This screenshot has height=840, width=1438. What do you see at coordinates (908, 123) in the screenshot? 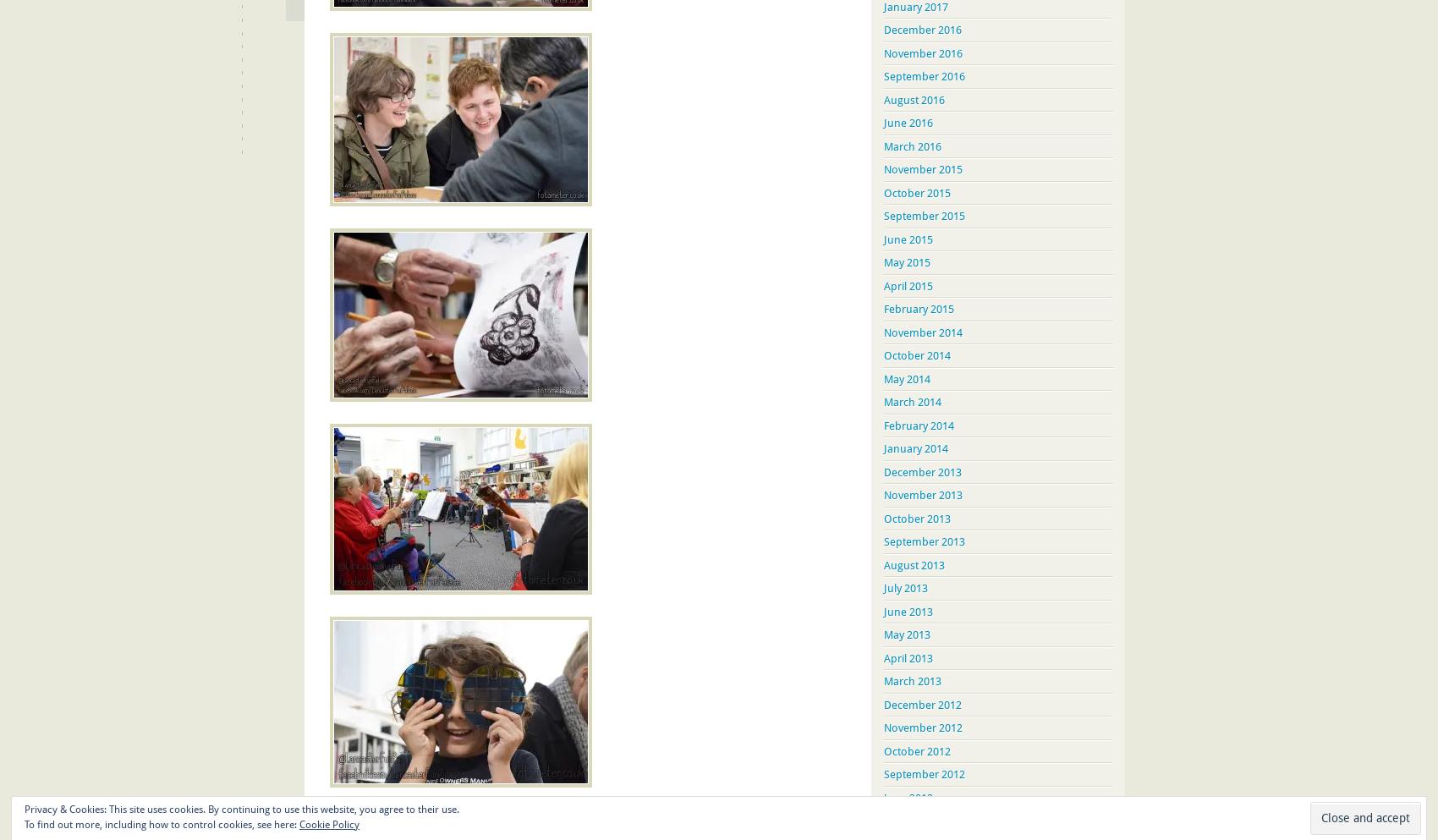
I see `'June 2016'` at bounding box center [908, 123].